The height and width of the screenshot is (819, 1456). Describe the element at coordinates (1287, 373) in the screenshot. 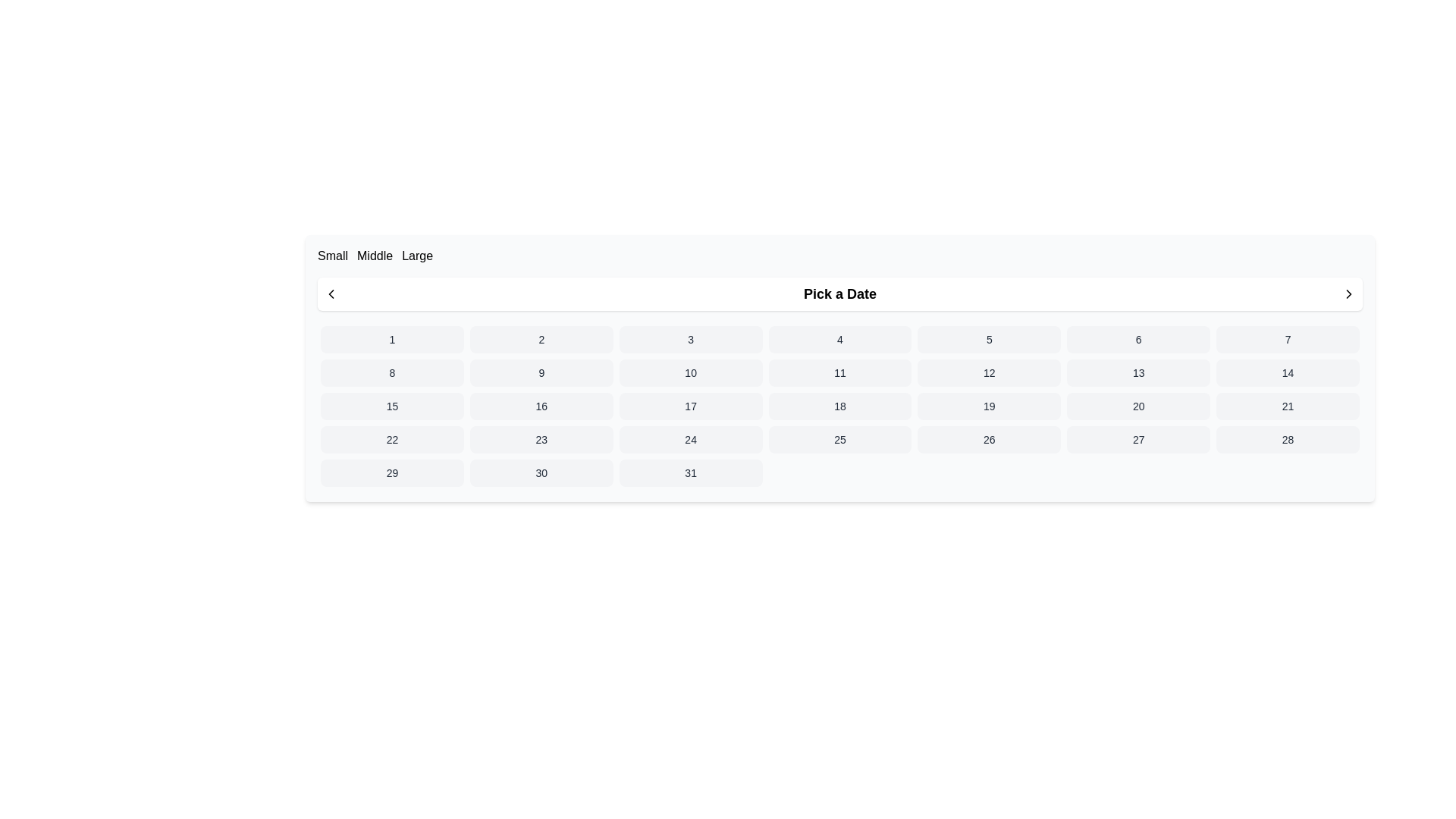

I see `the rounded rectangular button displaying the number '14' to observe its color changes` at that location.